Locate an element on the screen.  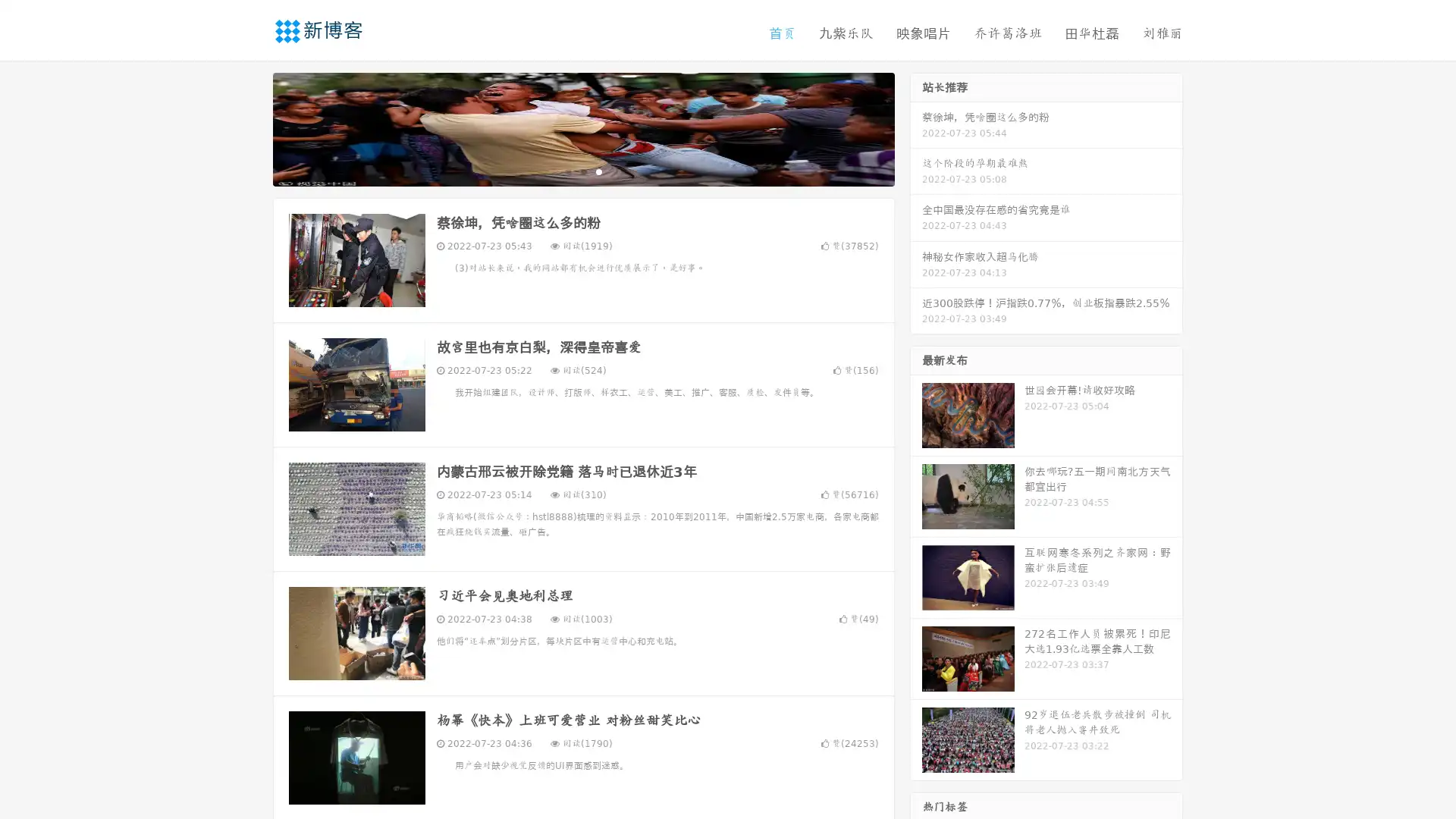
Go to slide 2 is located at coordinates (582, 171).